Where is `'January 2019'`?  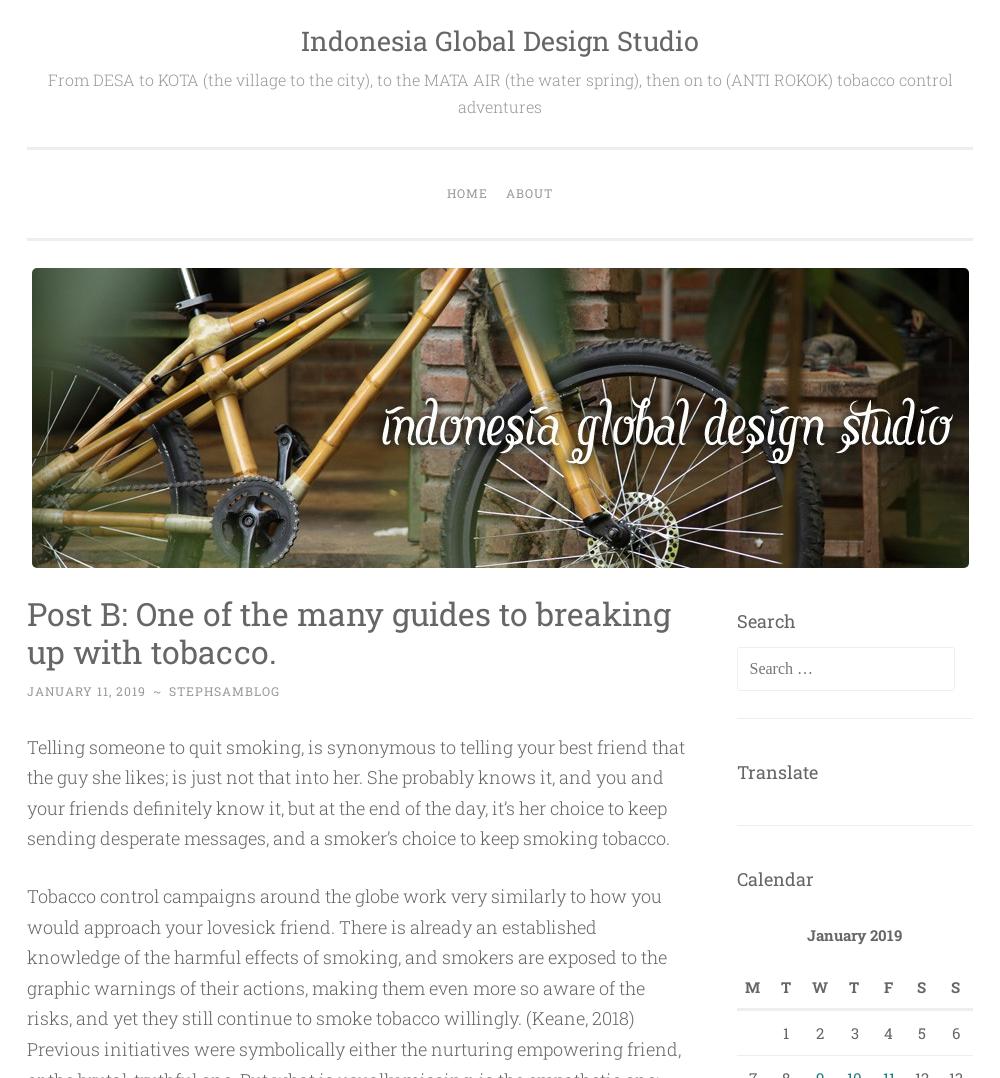 'January 2019' is located at coordinates (853, 932).